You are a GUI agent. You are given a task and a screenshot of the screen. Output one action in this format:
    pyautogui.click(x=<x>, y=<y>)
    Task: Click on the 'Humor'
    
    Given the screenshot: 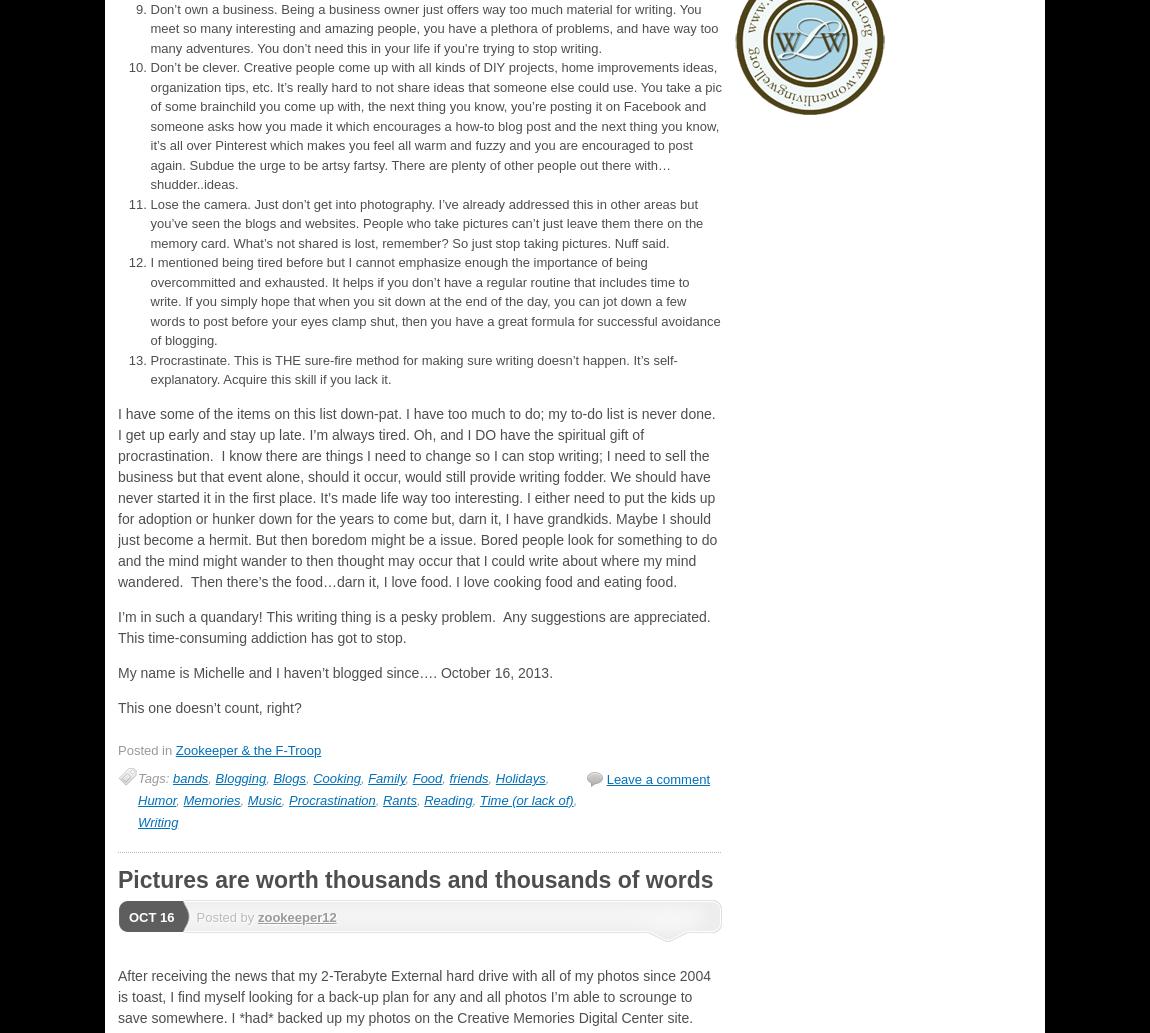 What is the action you would take?
    pyautogui.click(x=155, y=800)
    